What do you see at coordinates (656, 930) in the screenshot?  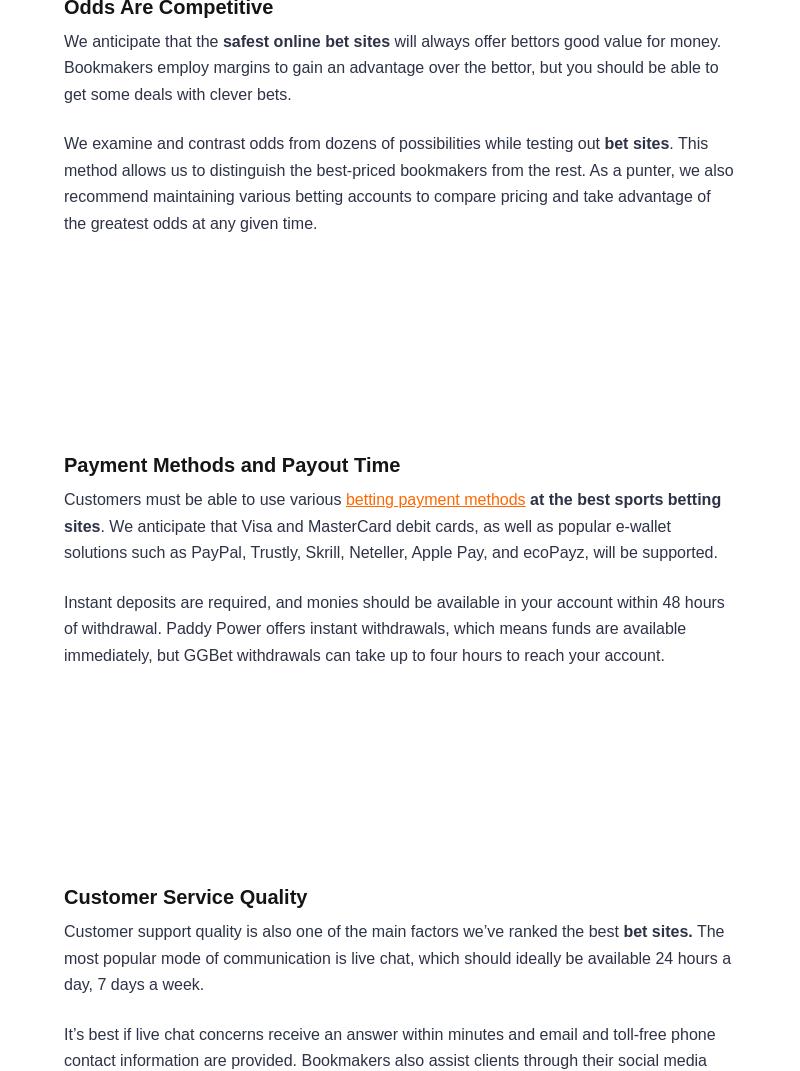 I see `'bet sites.'` at bounding box center [656, 930].